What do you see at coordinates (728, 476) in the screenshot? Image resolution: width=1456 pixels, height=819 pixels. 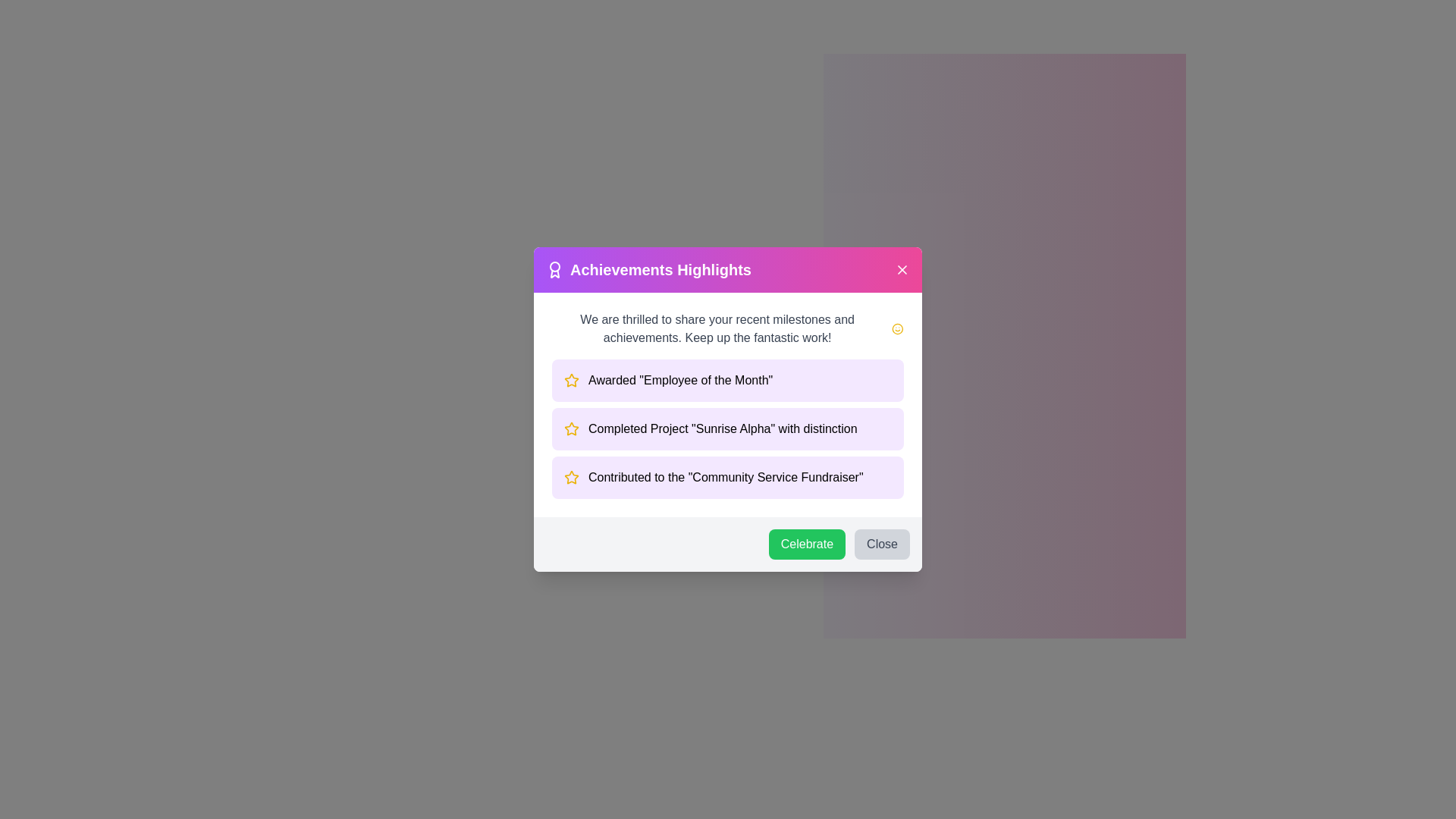 I see `the Informational card with a light purple background that contains the text 'Contributed to the "Community Service Fundraiser"' and is the third item in the 'Achievements Highlights' modal` at bounding box center [728, 476].